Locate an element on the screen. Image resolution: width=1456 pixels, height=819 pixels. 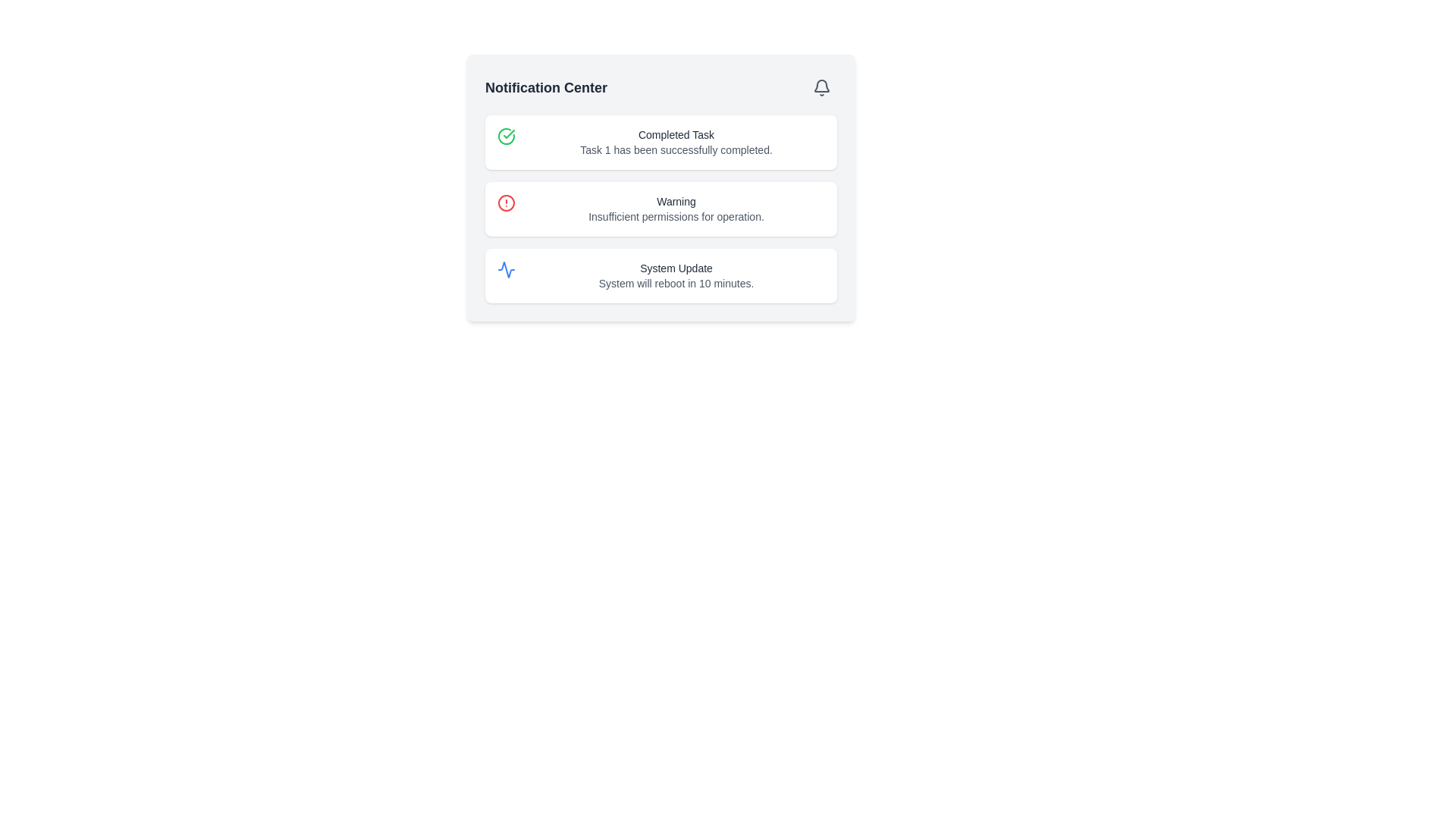
the Status Indicator Icon, which is a green circle with a white checkmark, located in the top-left corner of the 'Completed Task' notification card is located at coordinates (506, 136).